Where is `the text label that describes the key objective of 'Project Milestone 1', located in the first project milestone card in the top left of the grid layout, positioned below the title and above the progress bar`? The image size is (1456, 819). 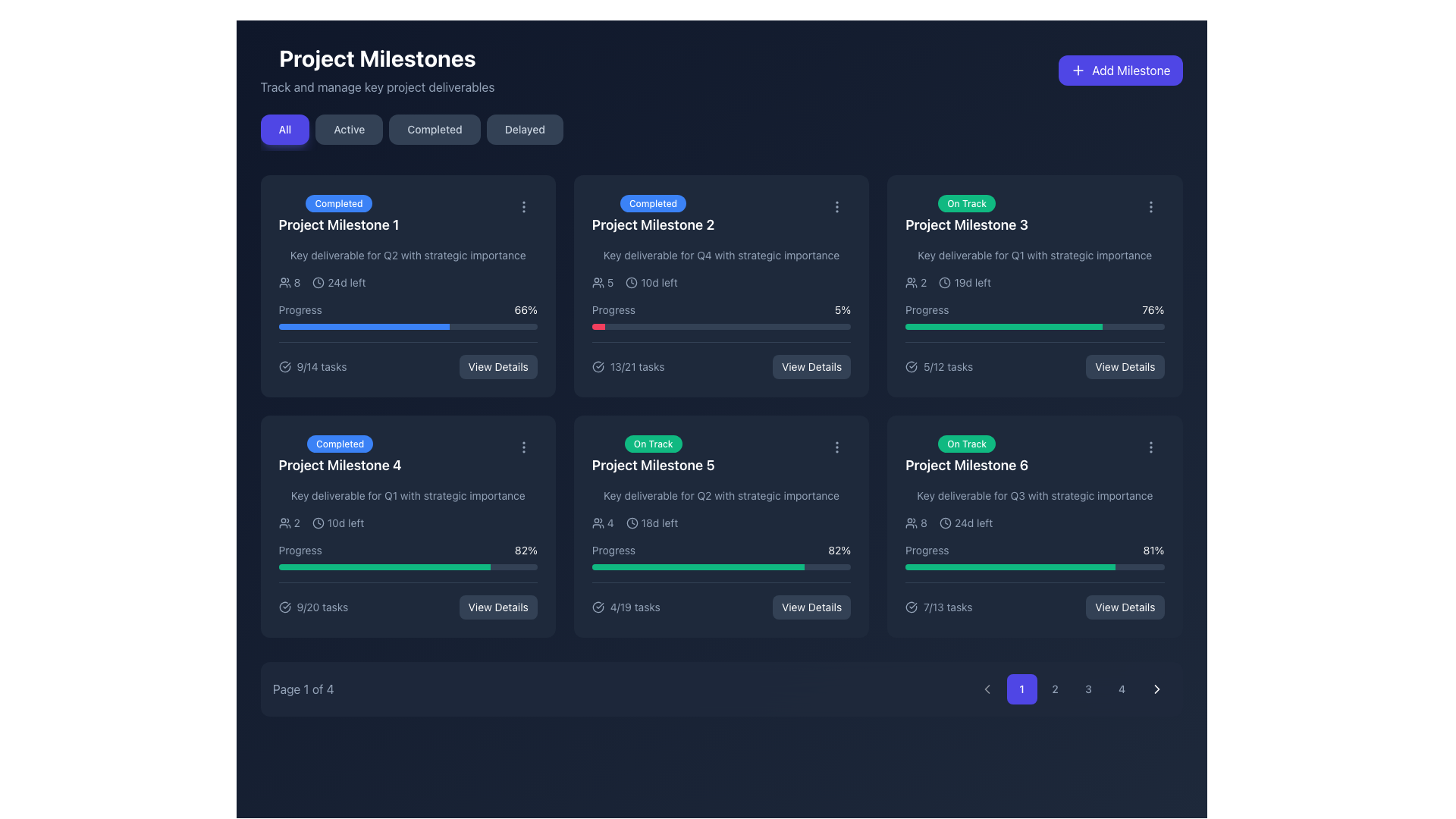 the text label that describes the key objective of 'Project Milestone 1', located in the first project milestone card in the top left of the grid layout, positioned below the title and above the progress bar is located at coordinates (408, 254).